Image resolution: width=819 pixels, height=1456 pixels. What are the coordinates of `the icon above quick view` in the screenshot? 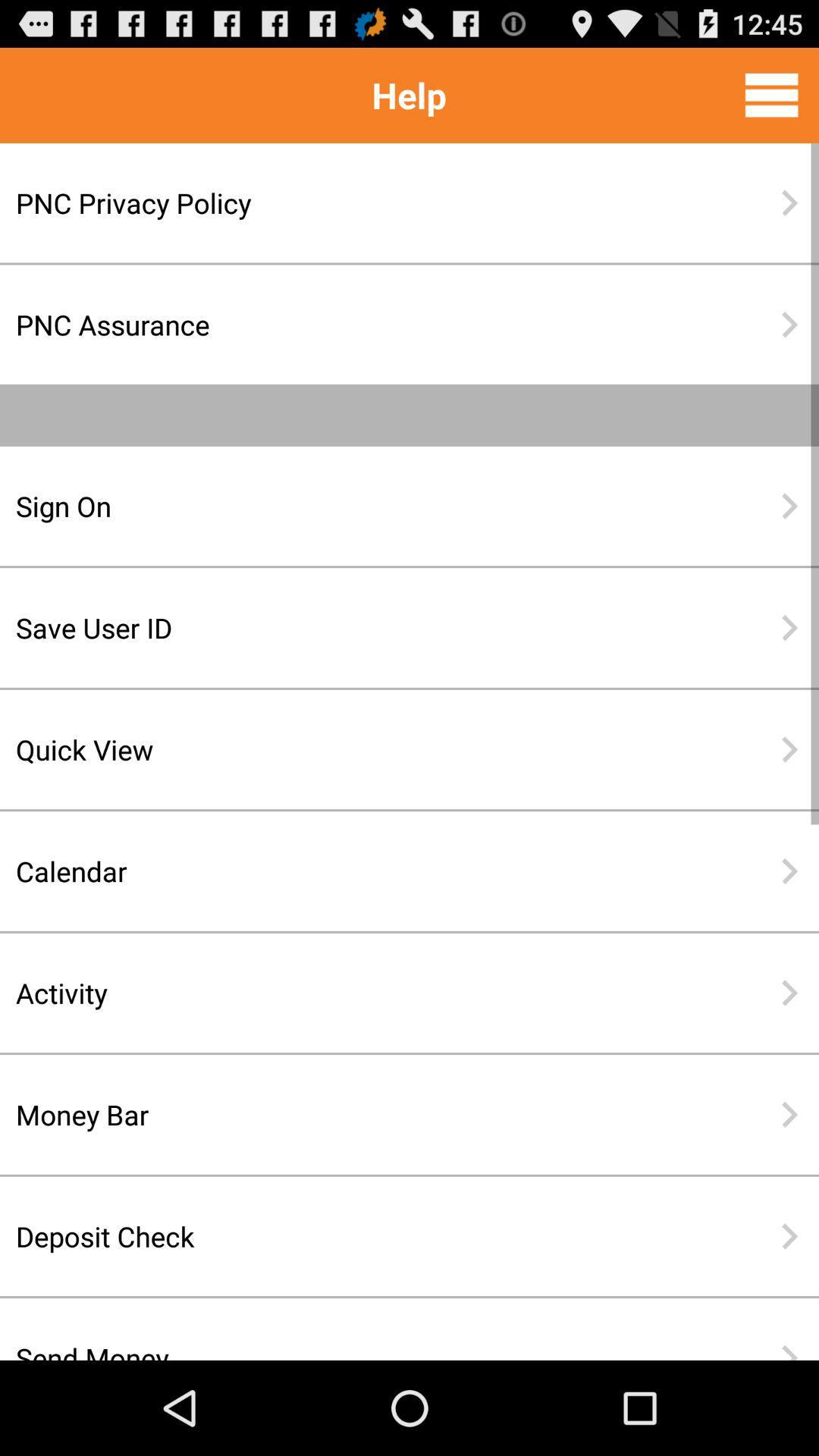 It's located at (360, 627).